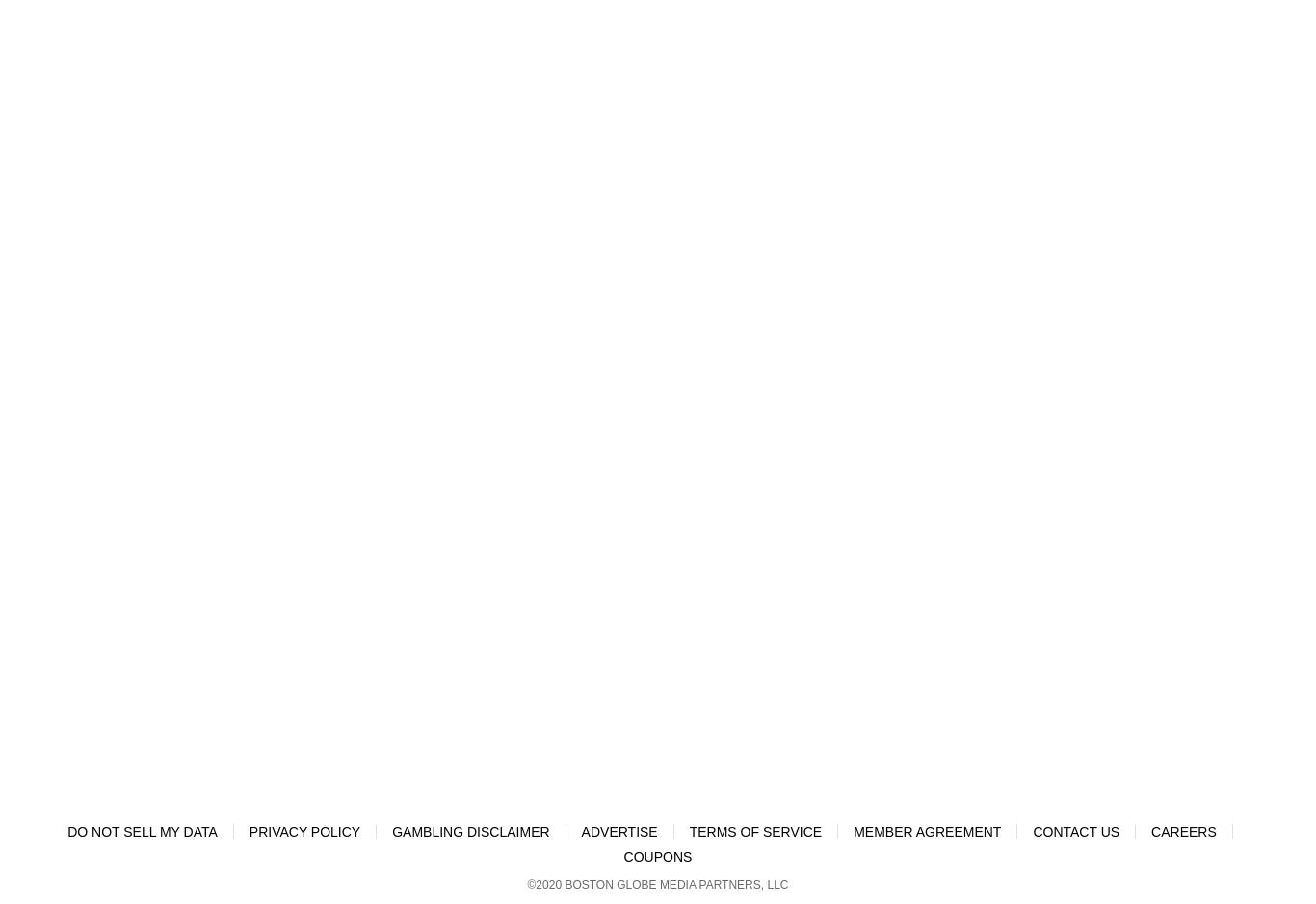 The height and width of the screenshot is (904, 1316). I want to click on 'ADVERTISE', so click(618, 830).